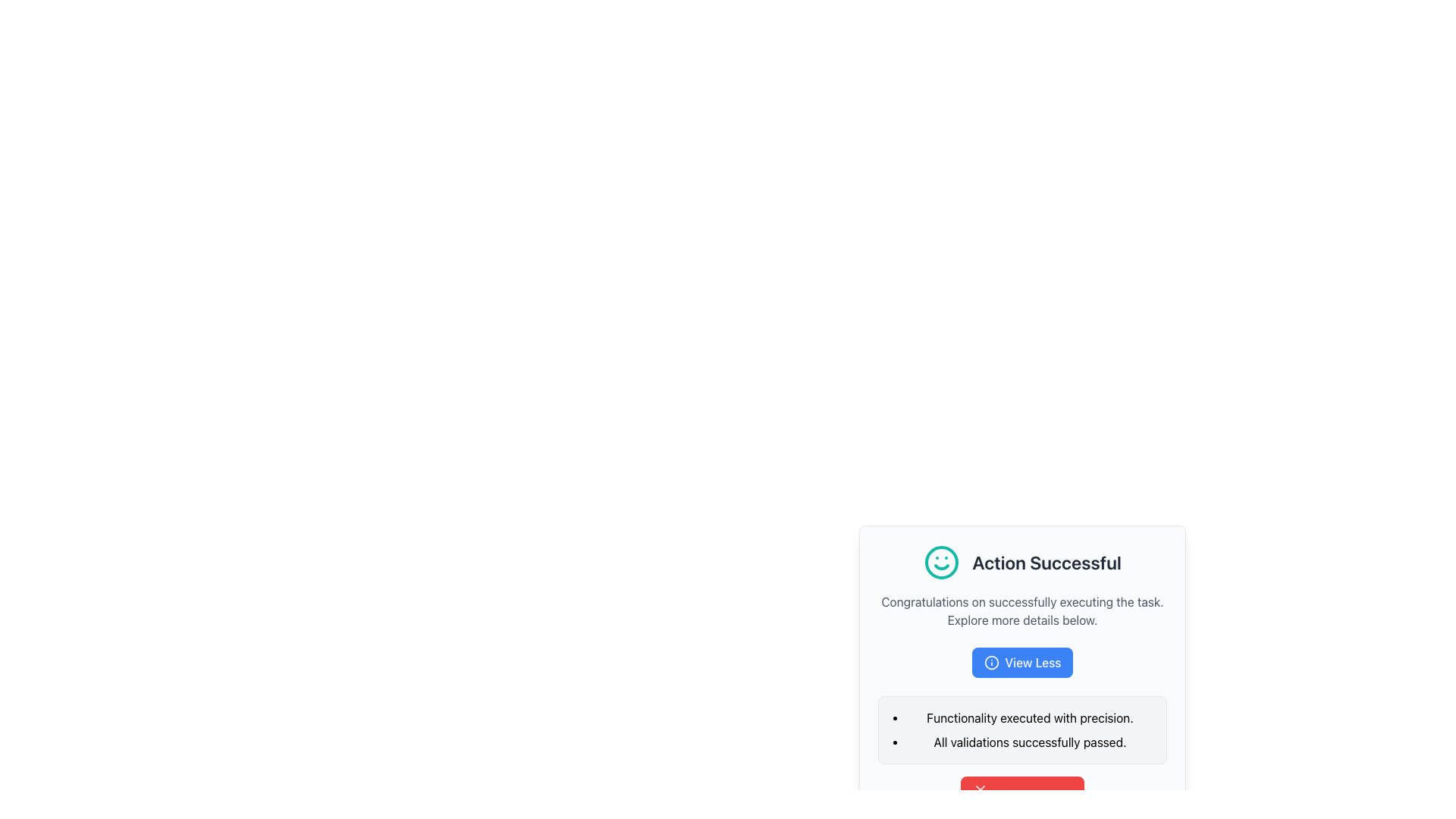  Describe the element at coordinates (1022, 648) in the screenshot. I see `text content of the modal dialog that displays a teal smiley face icon and the heading 'Action Successful'` at that location.